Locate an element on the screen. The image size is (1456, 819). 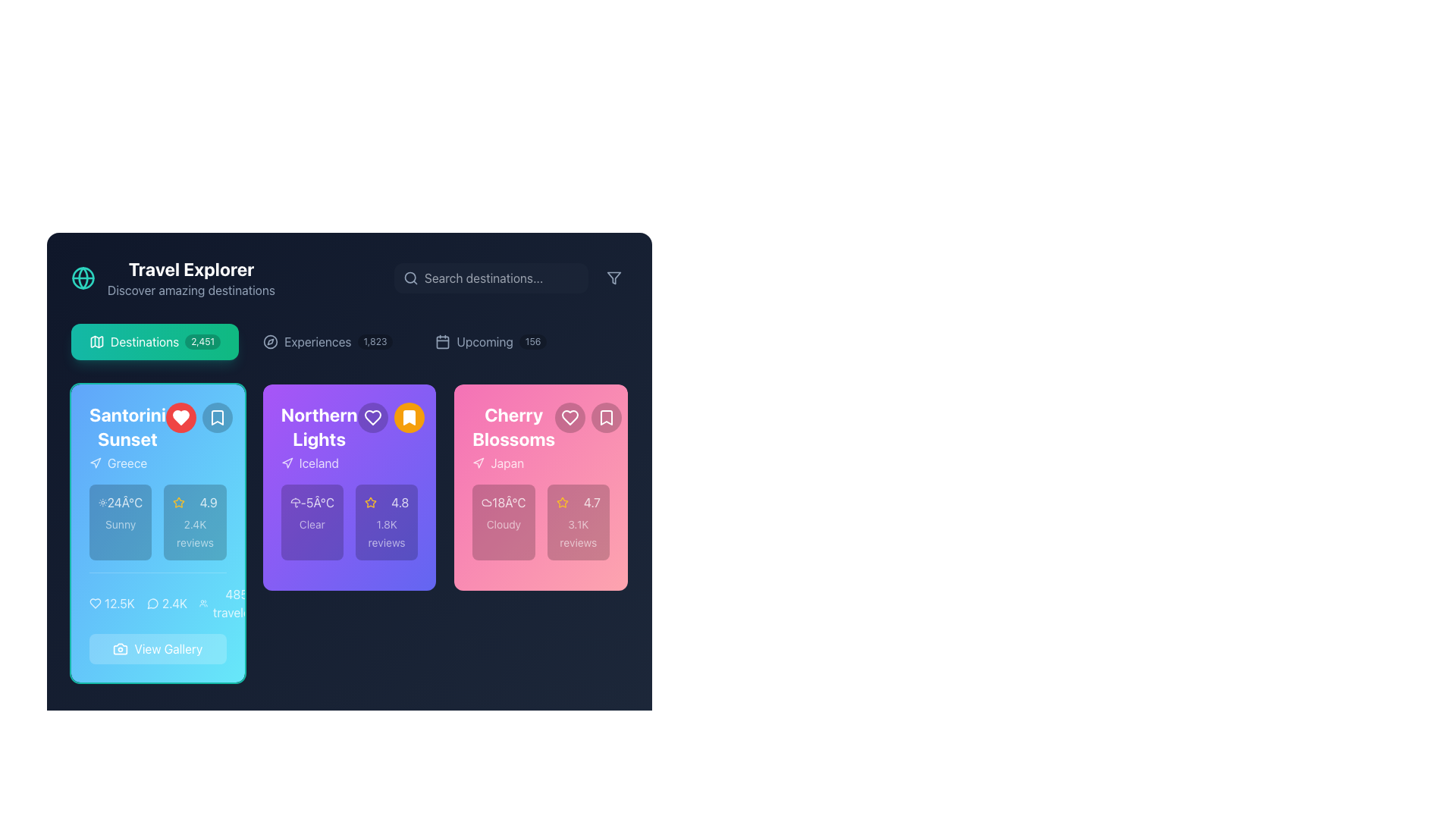
the text label displaying the name and location of the travel destination on the purple card for 'Northern Lights', which is positioned at the upper part of the second card below the navigation bar is located at coordinates (318, 438).